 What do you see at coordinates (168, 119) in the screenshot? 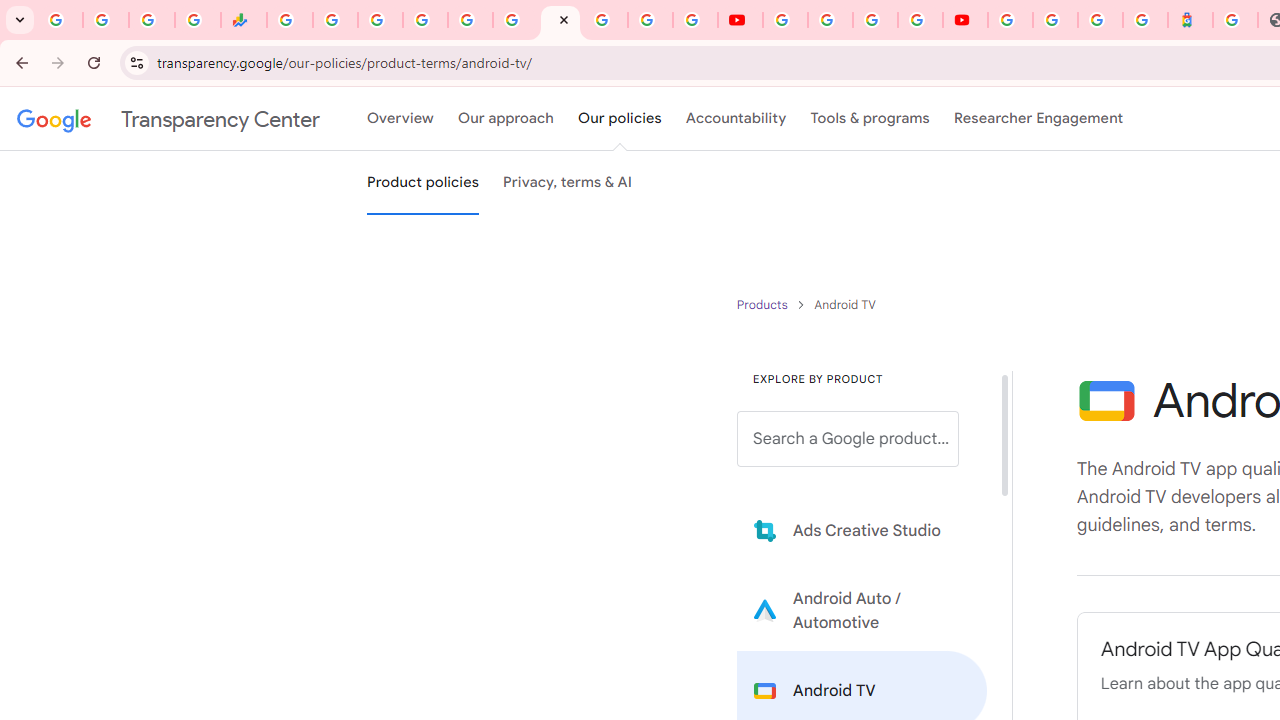
I see `'Transparency Center'` at bounding box center [168, 119].